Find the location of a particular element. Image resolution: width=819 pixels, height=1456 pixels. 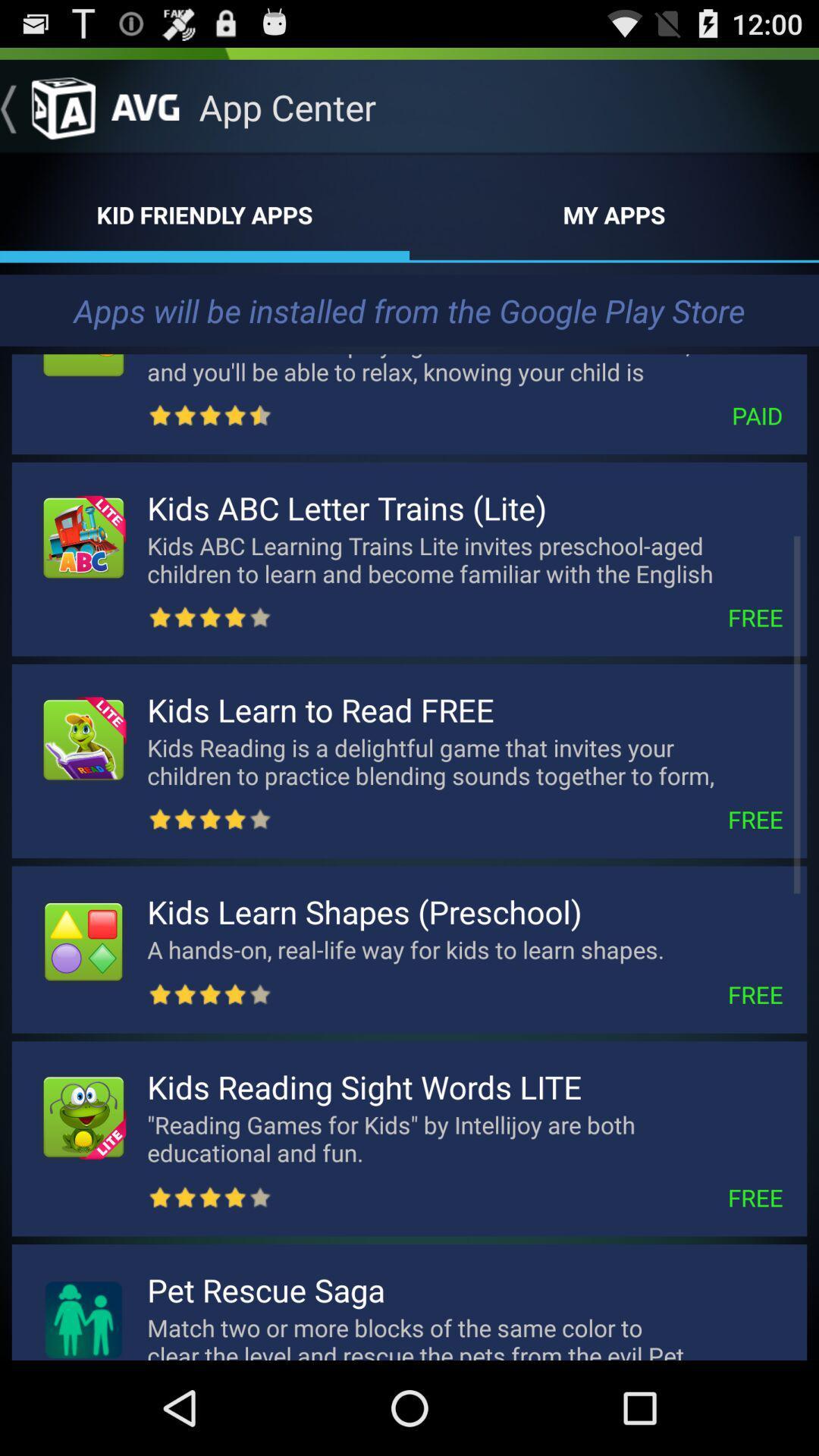

icon below pet rescue saga is located at coordinates (464, 1335).